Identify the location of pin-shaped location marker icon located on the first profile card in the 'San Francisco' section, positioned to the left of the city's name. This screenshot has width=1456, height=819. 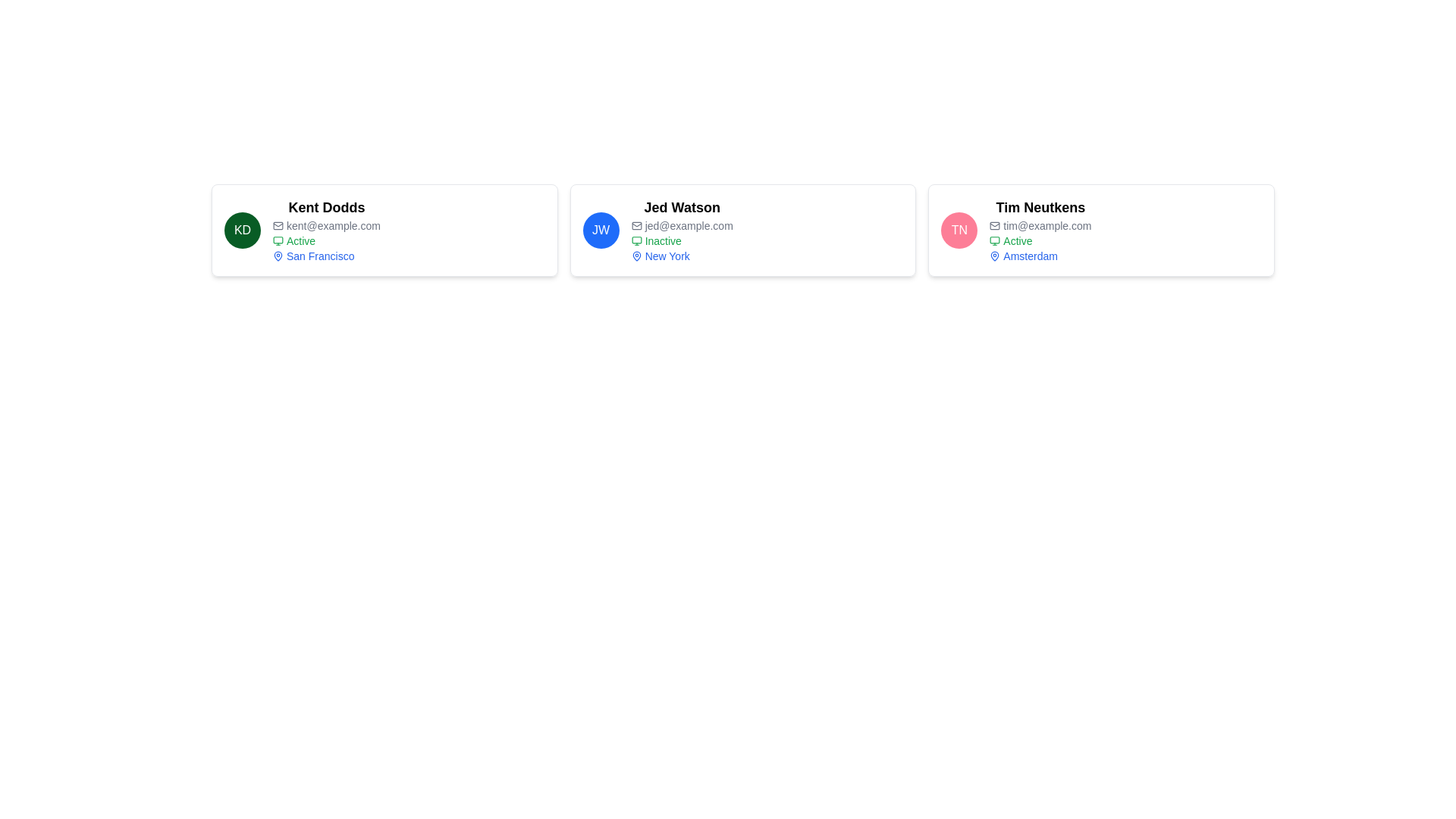
(278, 254).